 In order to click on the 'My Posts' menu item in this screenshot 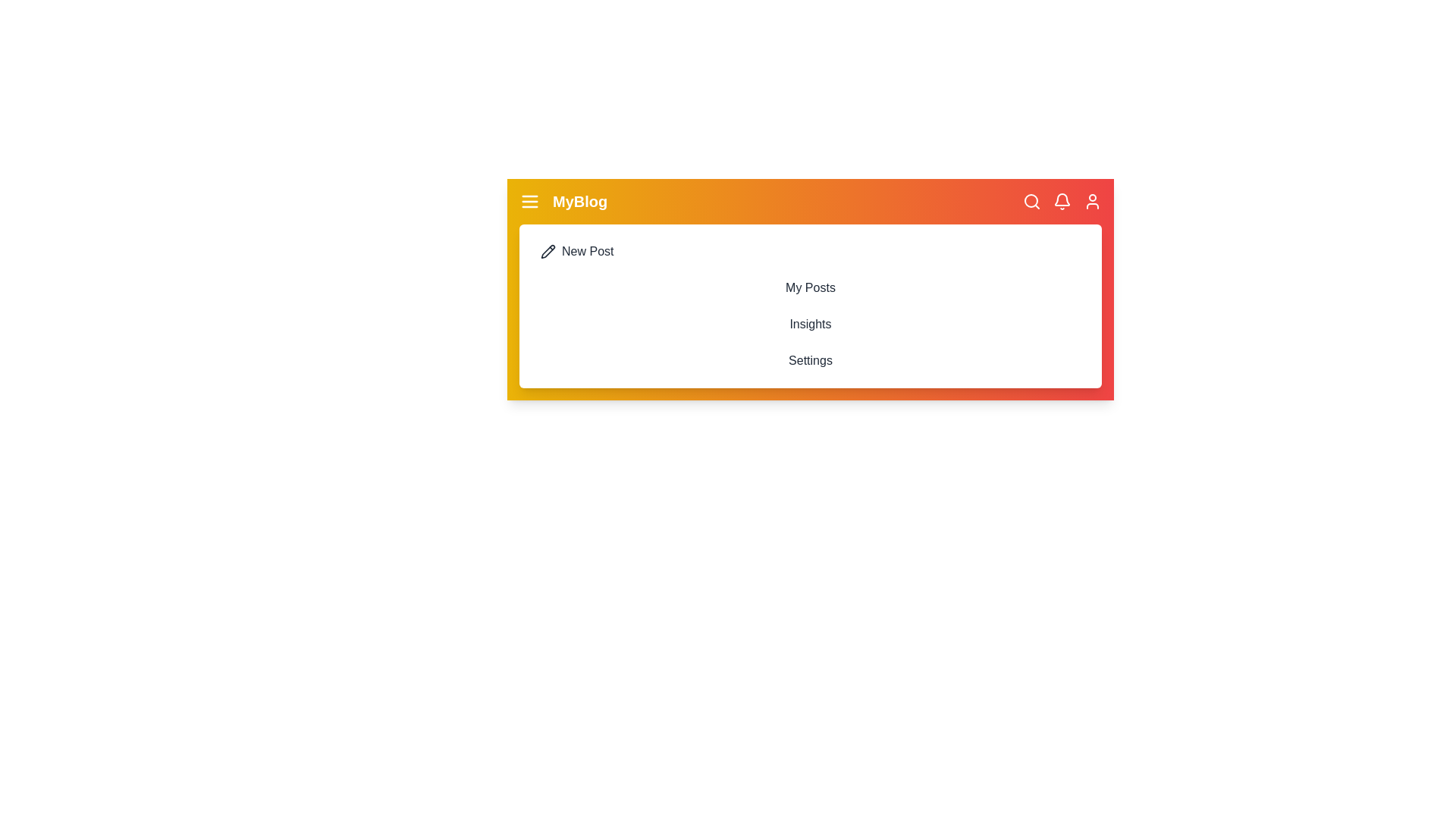, I will do `click(810, 288)`.